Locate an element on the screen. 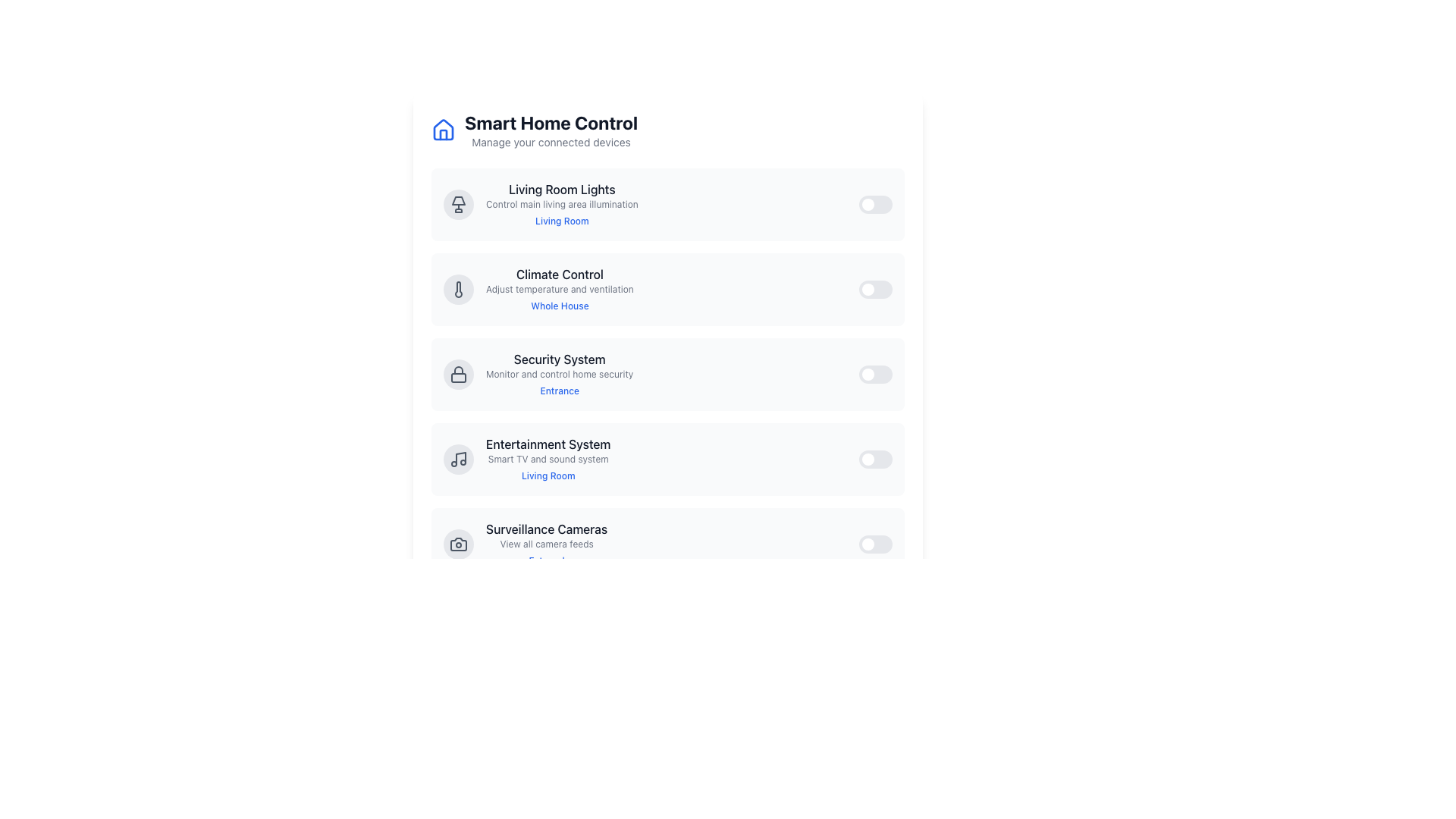 This screenshot has height=819, width=1456. the toggle switch located in the bottom-right corner of the 'Surveillance Cameras' section is located at coordinates (876, 543).